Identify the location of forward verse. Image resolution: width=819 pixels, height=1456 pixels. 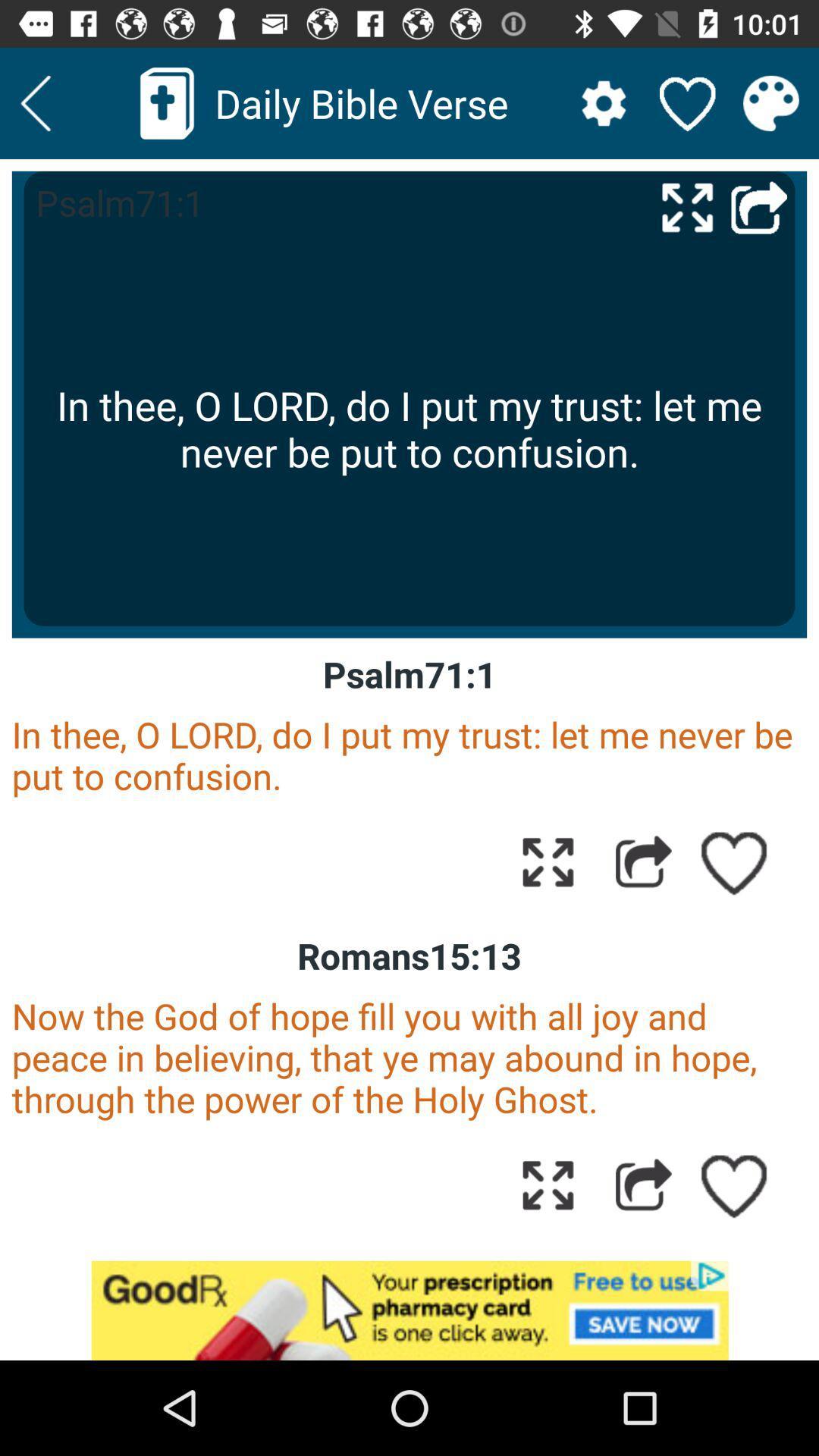
(643, 861).